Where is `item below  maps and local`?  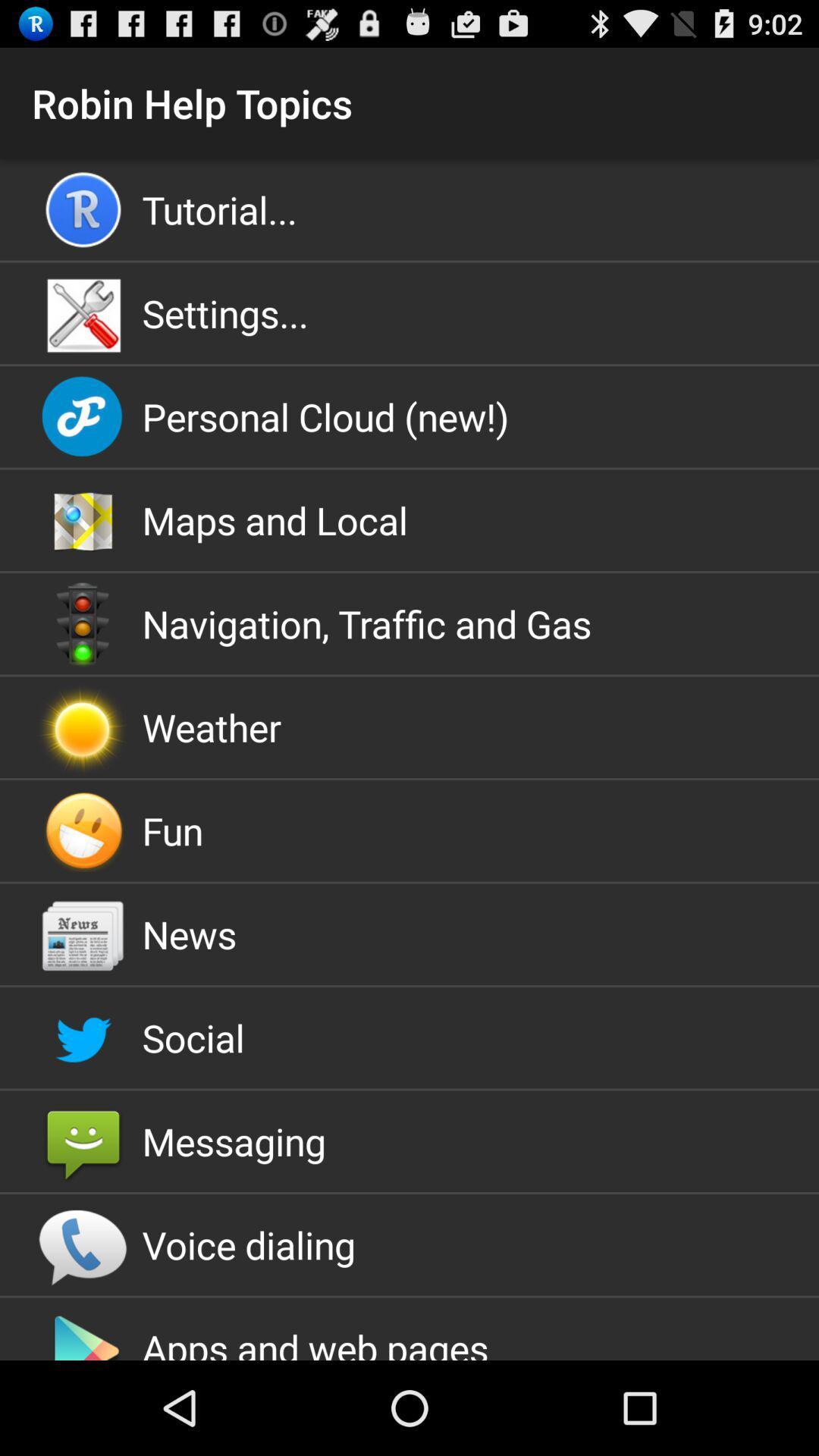
item below  maps and local is located at coordinates (409, 623).